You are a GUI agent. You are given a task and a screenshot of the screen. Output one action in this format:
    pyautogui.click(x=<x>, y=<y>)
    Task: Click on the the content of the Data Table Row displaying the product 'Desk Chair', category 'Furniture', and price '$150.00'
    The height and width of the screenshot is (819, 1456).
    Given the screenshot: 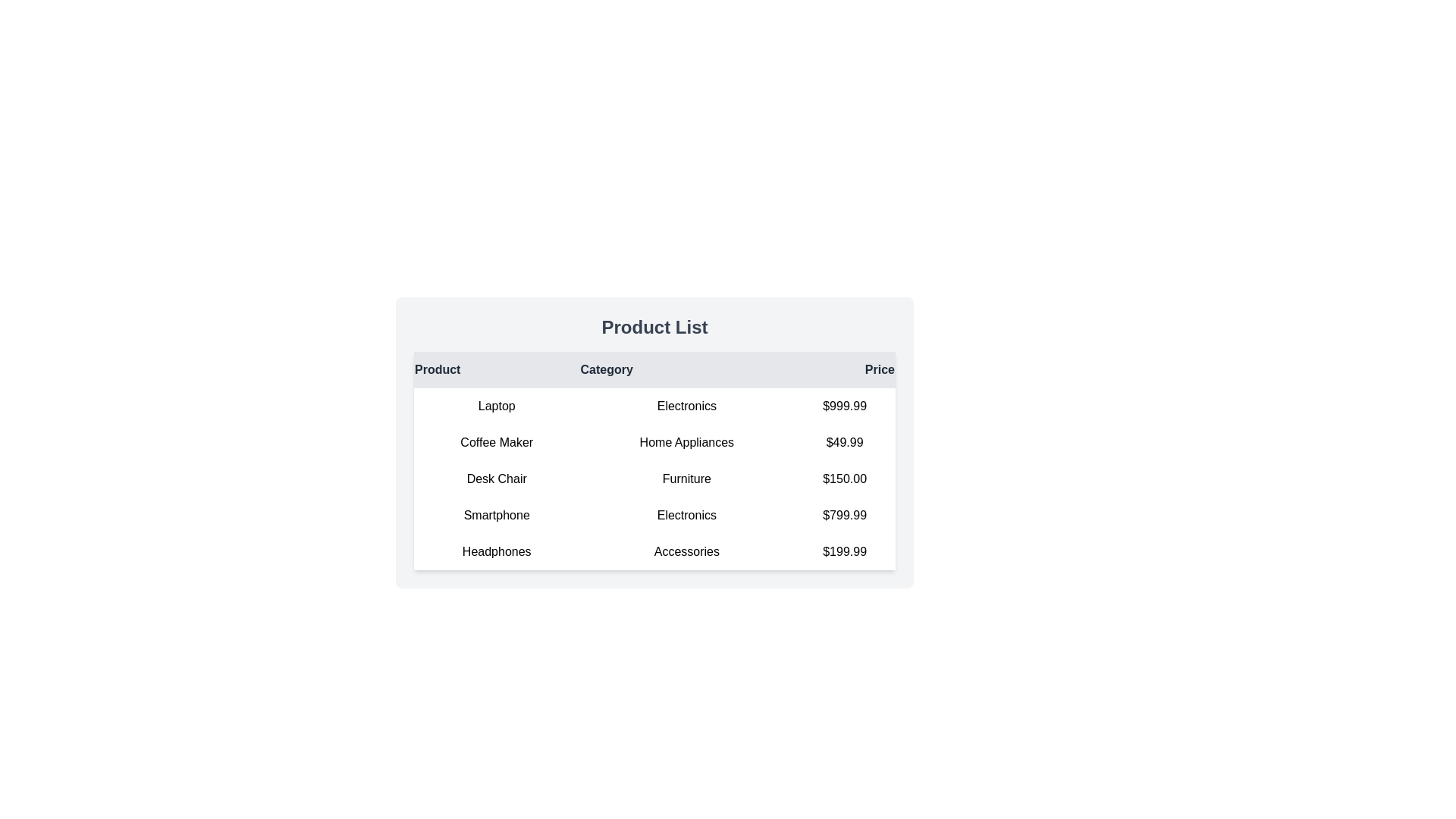 What is the action you would take?
    pyautogui.click(x=654, y=479)
    